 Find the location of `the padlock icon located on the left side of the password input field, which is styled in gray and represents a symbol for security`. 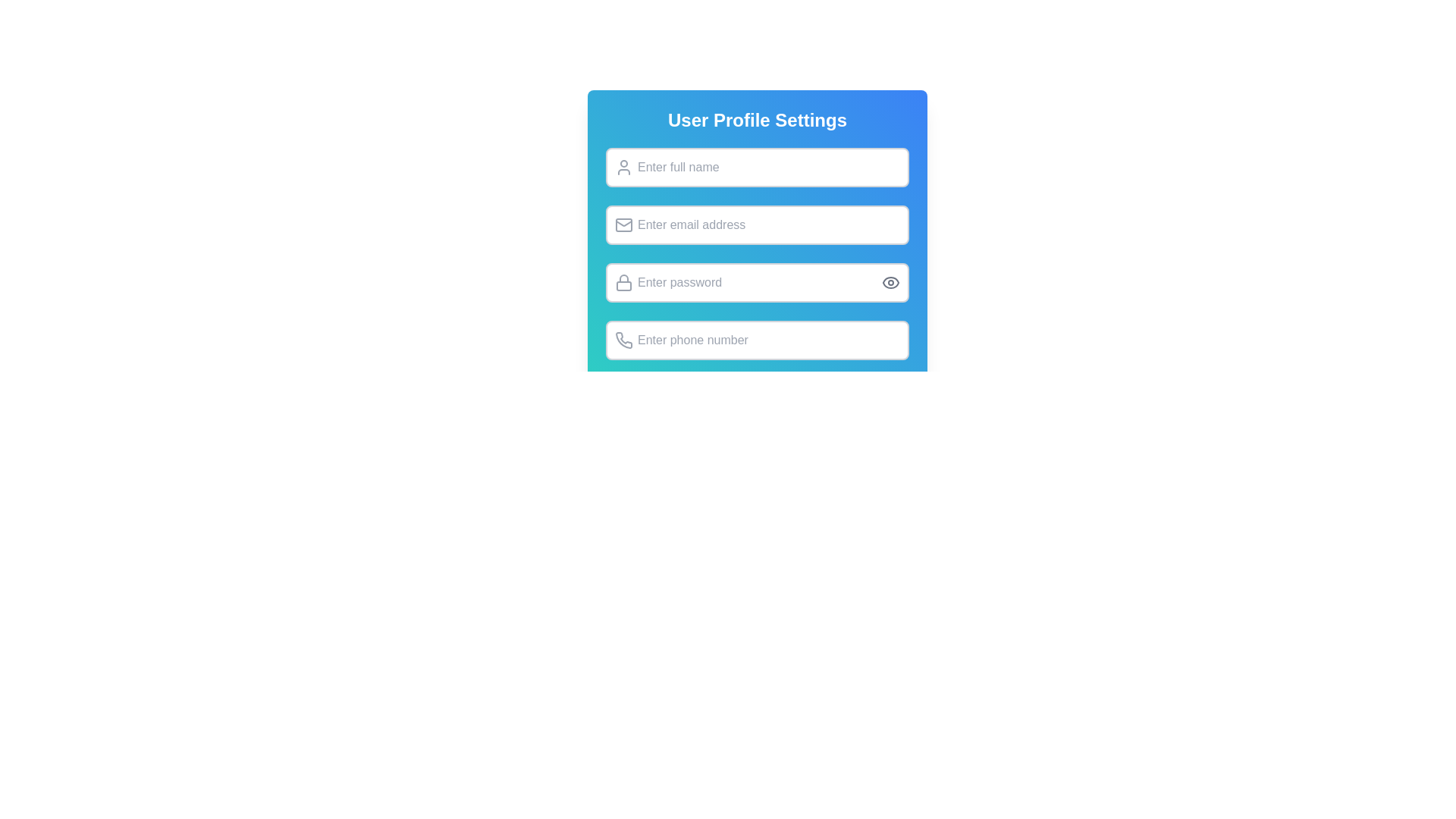

the padlock icon located on the left side of the password input field, which is styled in gray and represents a symbol for security is located at coordinates (623, 283).